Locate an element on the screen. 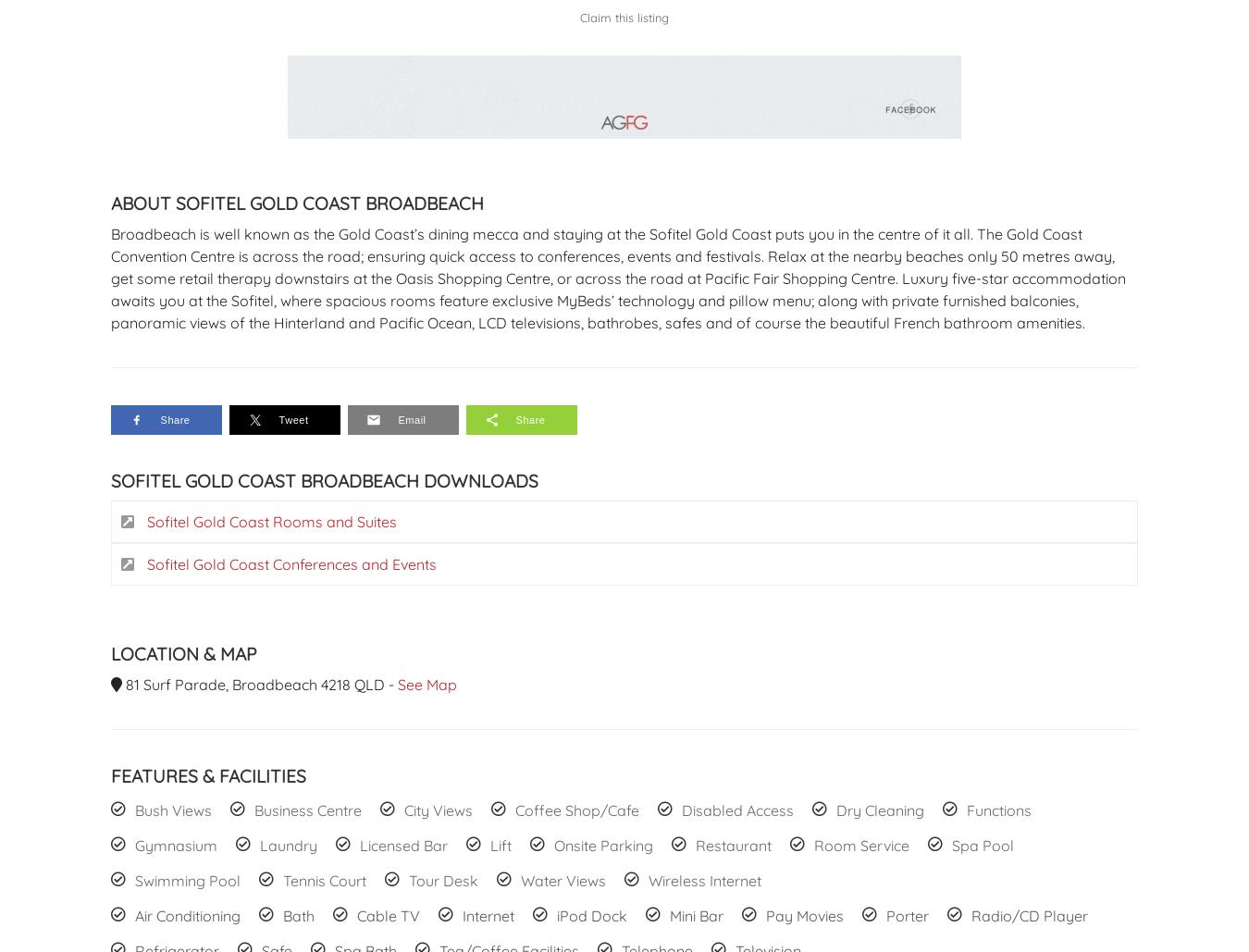 Image resolution: width=1249 pixels, height=952 pixels. 'Tweet' is located at coordinates (291, 418).